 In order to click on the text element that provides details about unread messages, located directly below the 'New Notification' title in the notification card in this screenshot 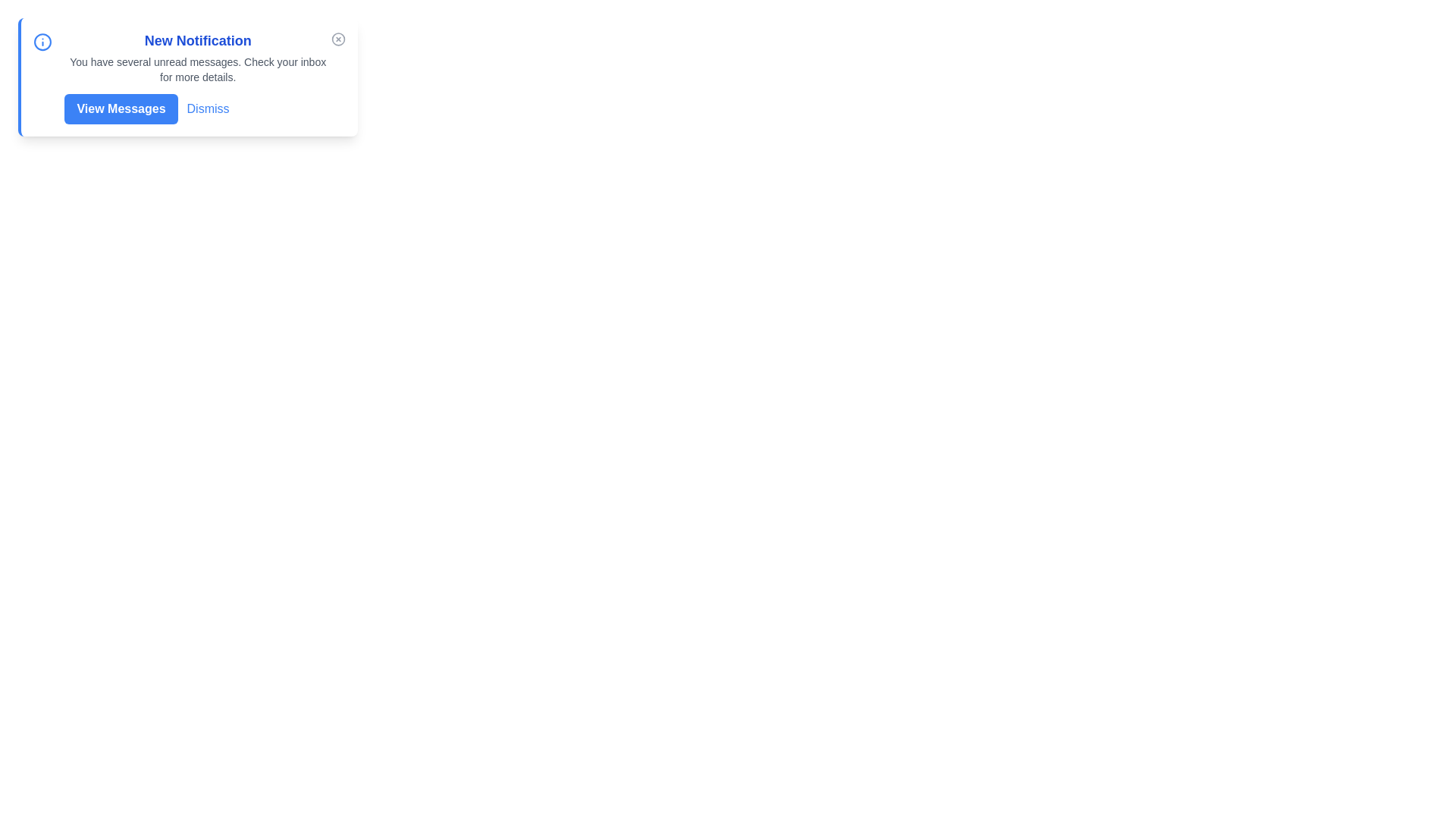, I will do `click(197, 70)`.